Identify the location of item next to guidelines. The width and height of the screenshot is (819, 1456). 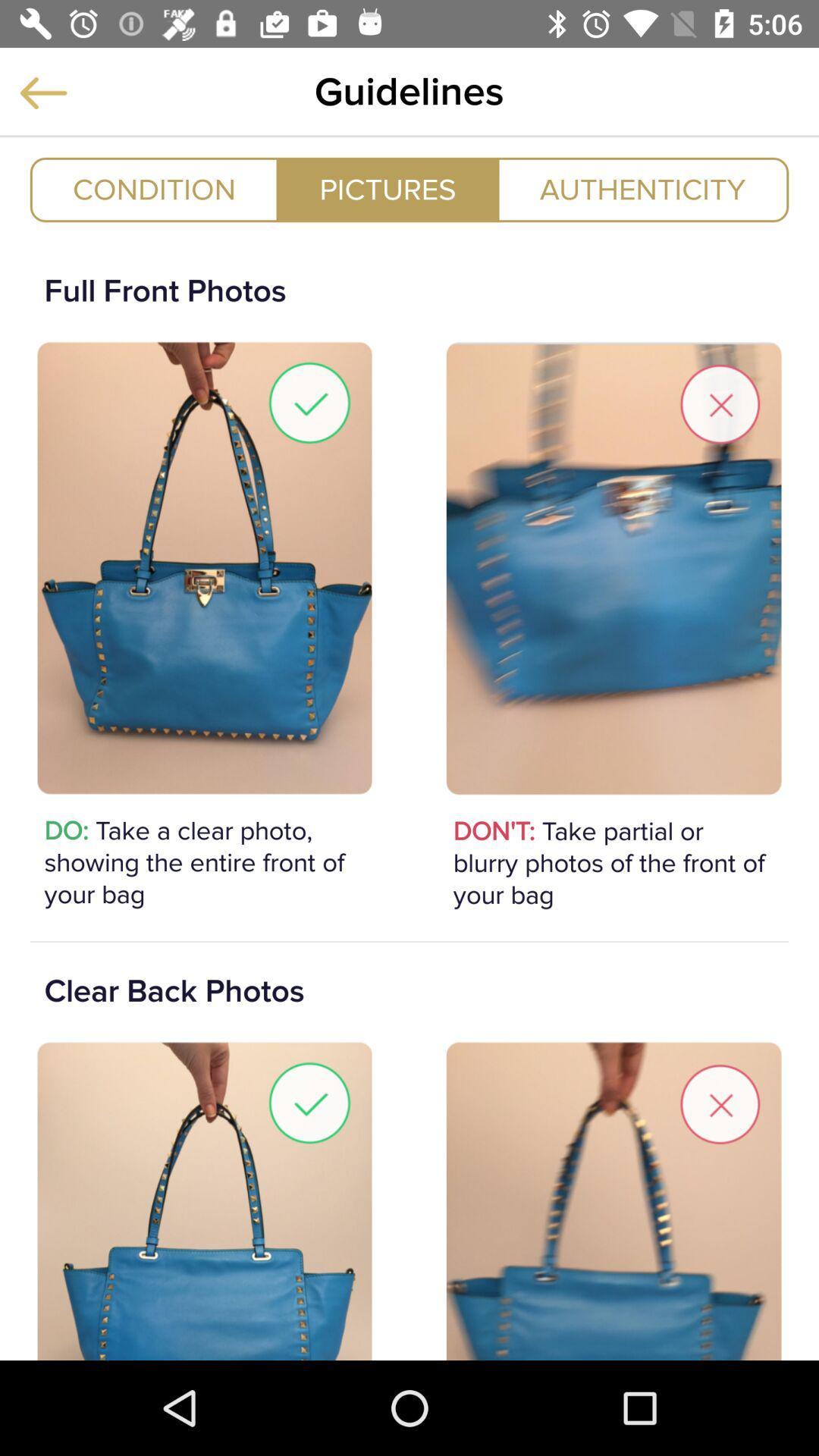
(42, 92).